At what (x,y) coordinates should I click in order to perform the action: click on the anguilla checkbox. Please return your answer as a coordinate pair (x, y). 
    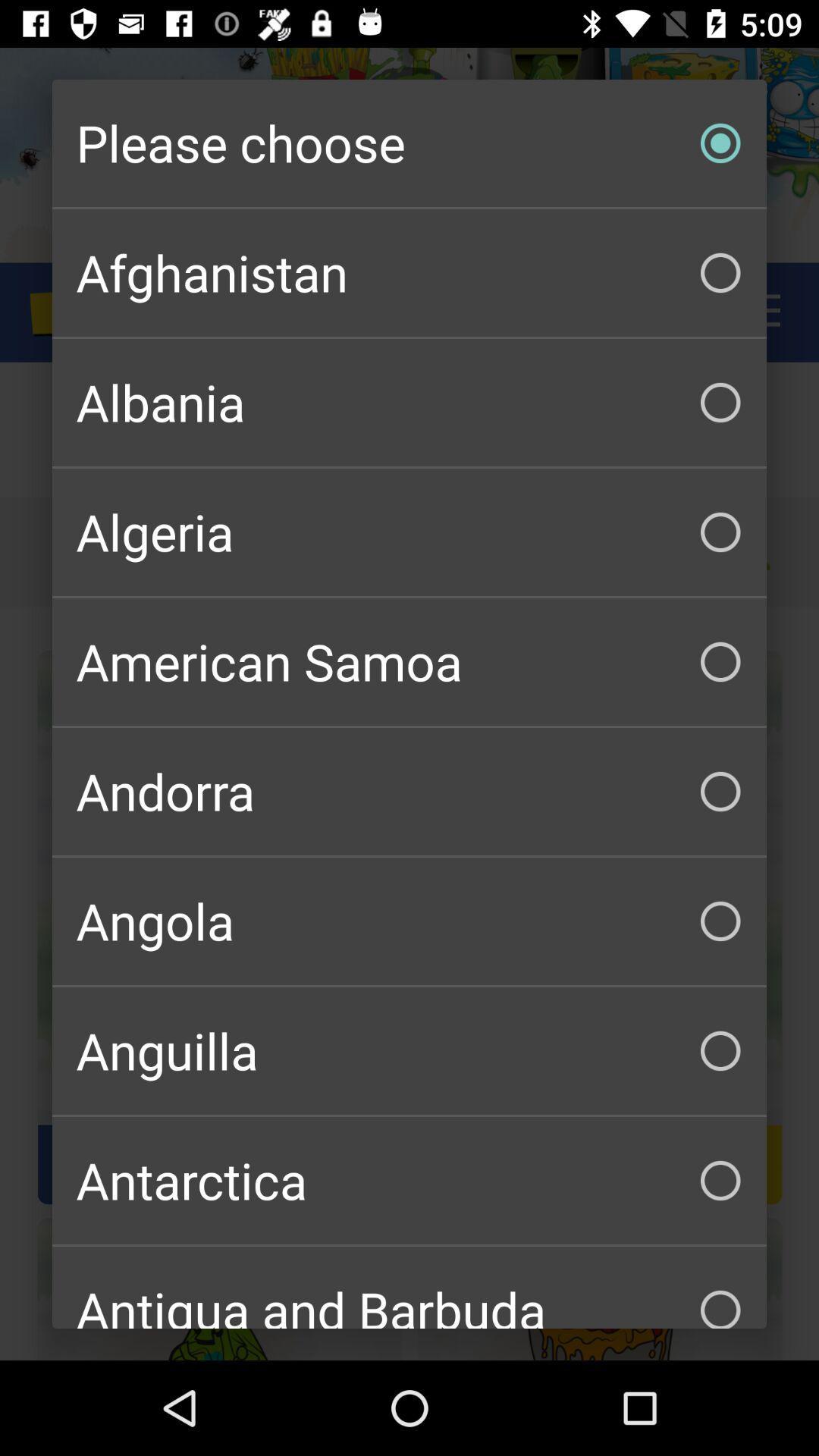
    Looking at the image, I should click on (409, 1050).